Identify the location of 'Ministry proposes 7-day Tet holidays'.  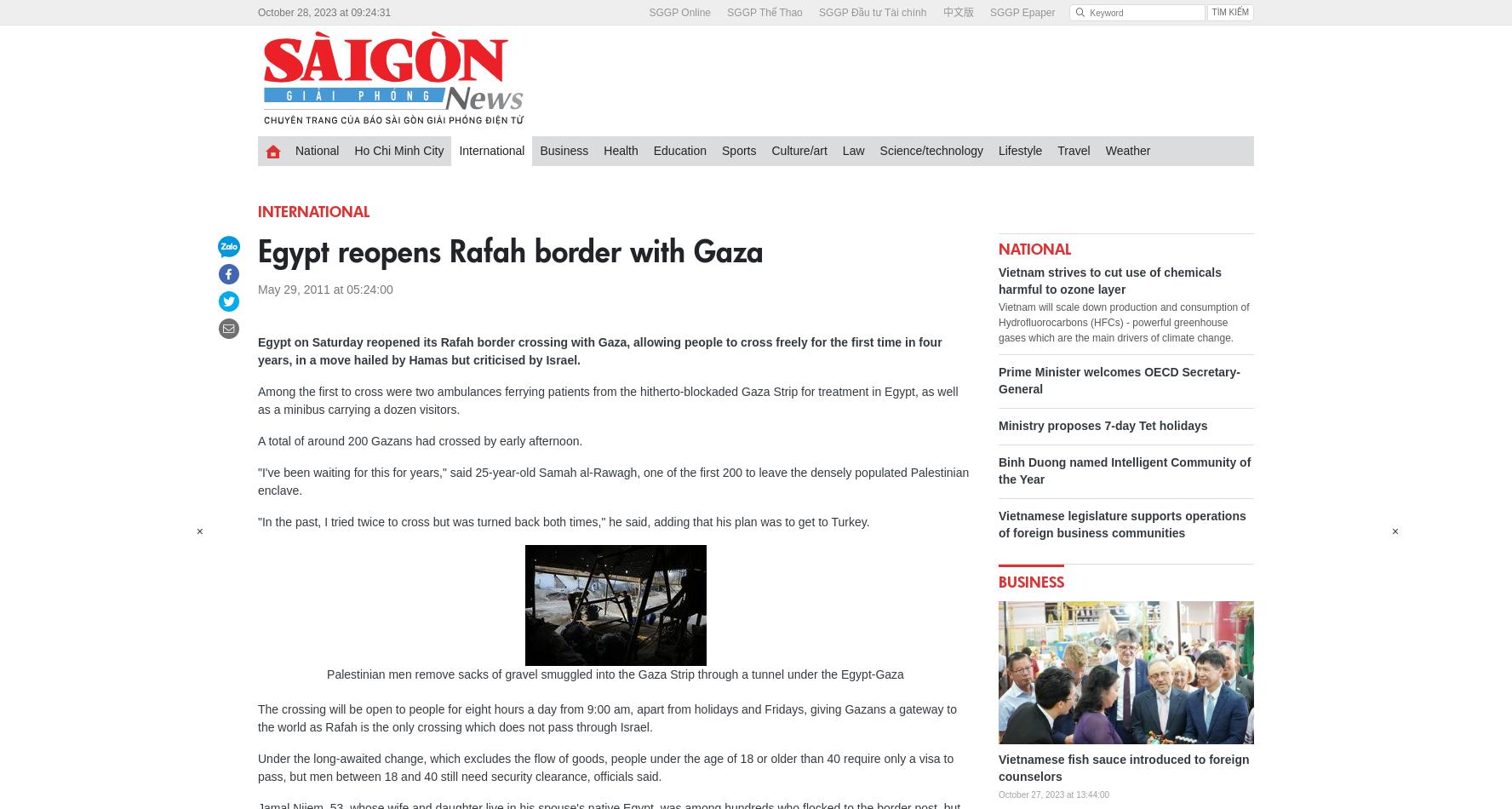
(999, 425).